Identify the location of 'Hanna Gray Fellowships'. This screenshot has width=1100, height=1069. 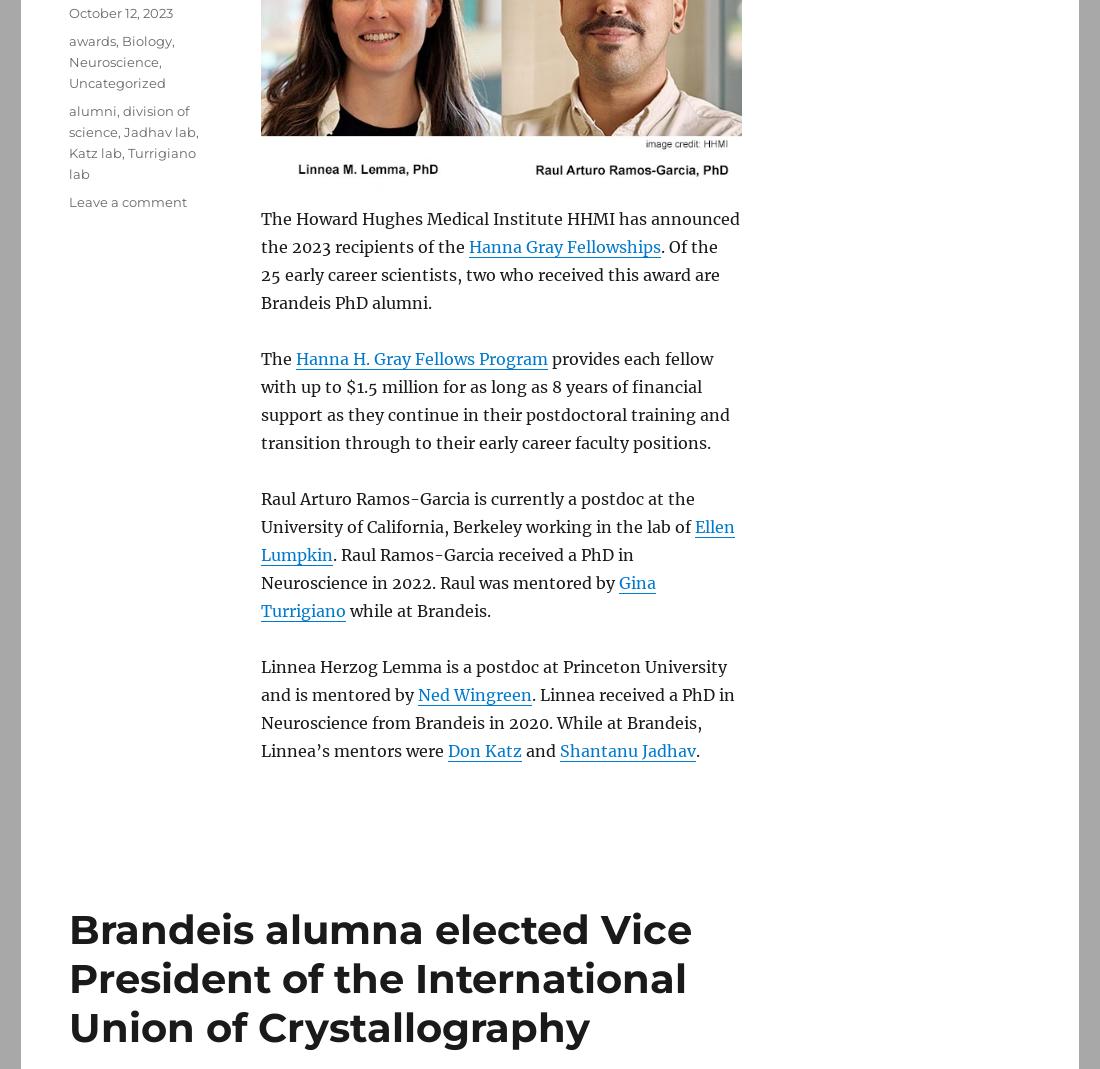
(468, 246).